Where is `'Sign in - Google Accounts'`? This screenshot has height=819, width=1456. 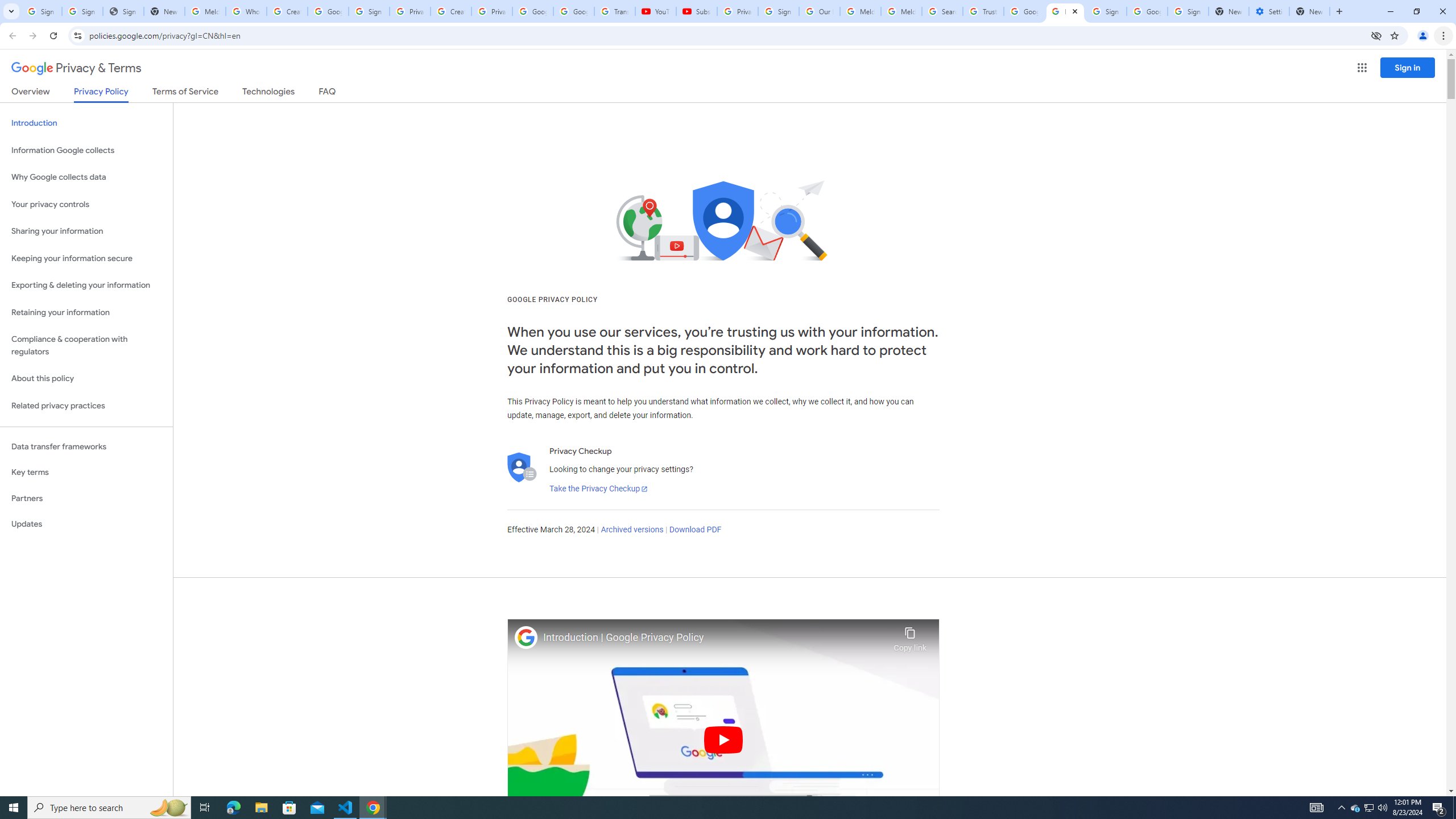 'Sign in - Google Accounts' is located at coordinates (1187, 11).